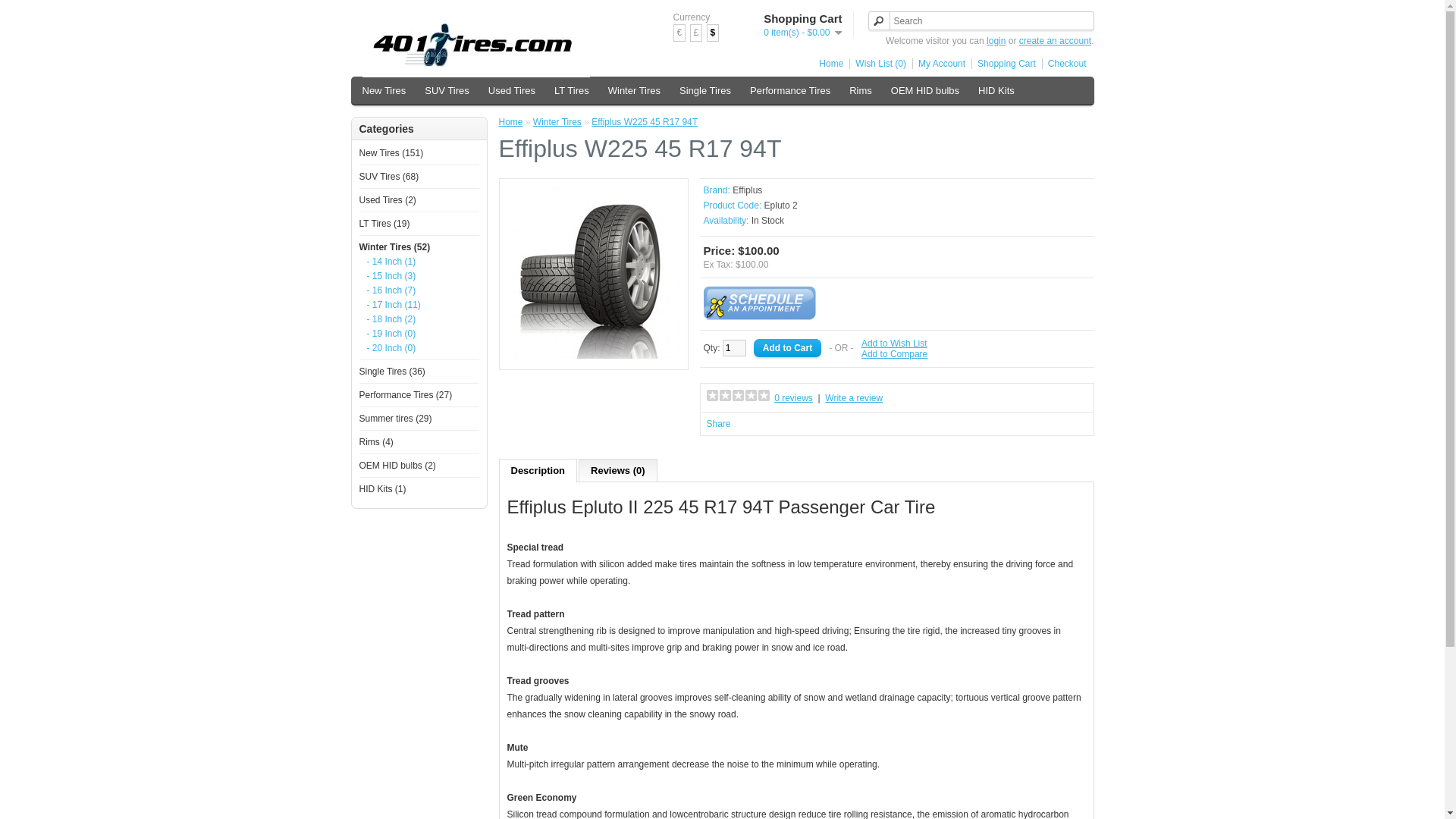 Image resolution: width=1456 pixels, height=819 pixels. What do you see at coordinates (397, 464) in the screenshot?
I see `'OEM HID bulbs (2)'` at bounding box center [397, 464].